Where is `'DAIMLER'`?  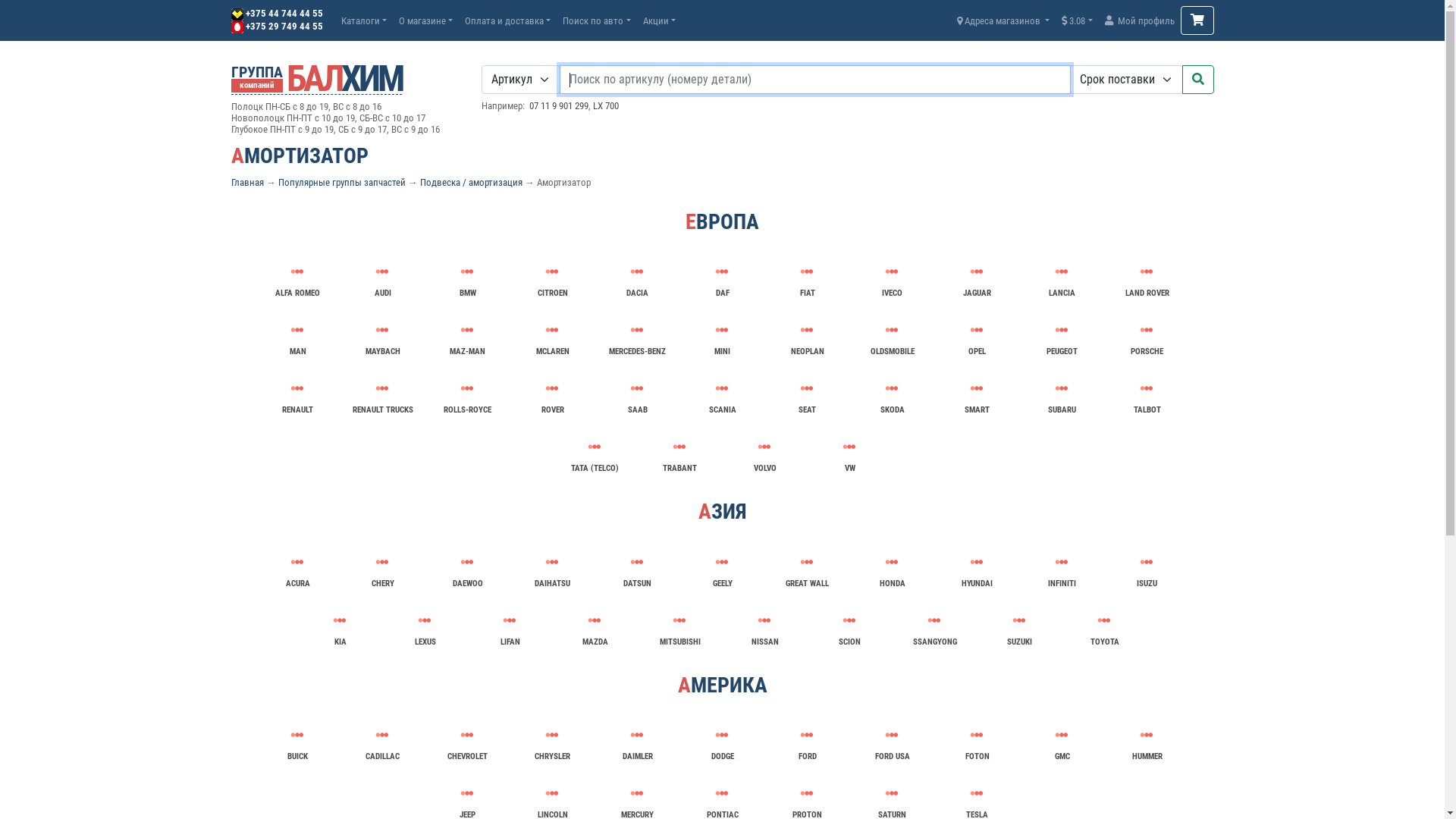 'DAIMLER' is located at coordinates (637, 733).